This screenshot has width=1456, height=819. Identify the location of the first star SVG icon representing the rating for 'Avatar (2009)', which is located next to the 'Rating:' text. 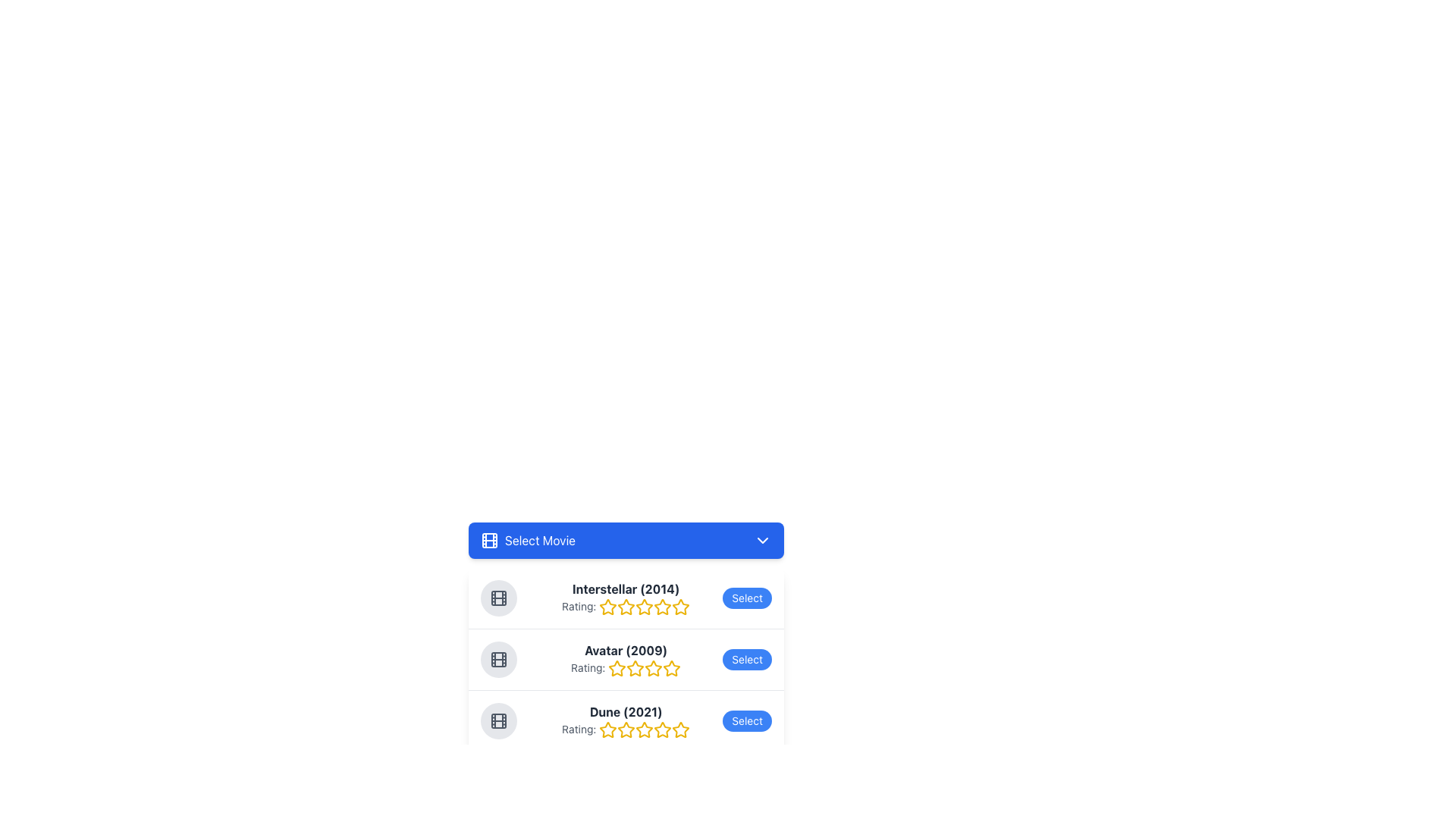
(617, 668).